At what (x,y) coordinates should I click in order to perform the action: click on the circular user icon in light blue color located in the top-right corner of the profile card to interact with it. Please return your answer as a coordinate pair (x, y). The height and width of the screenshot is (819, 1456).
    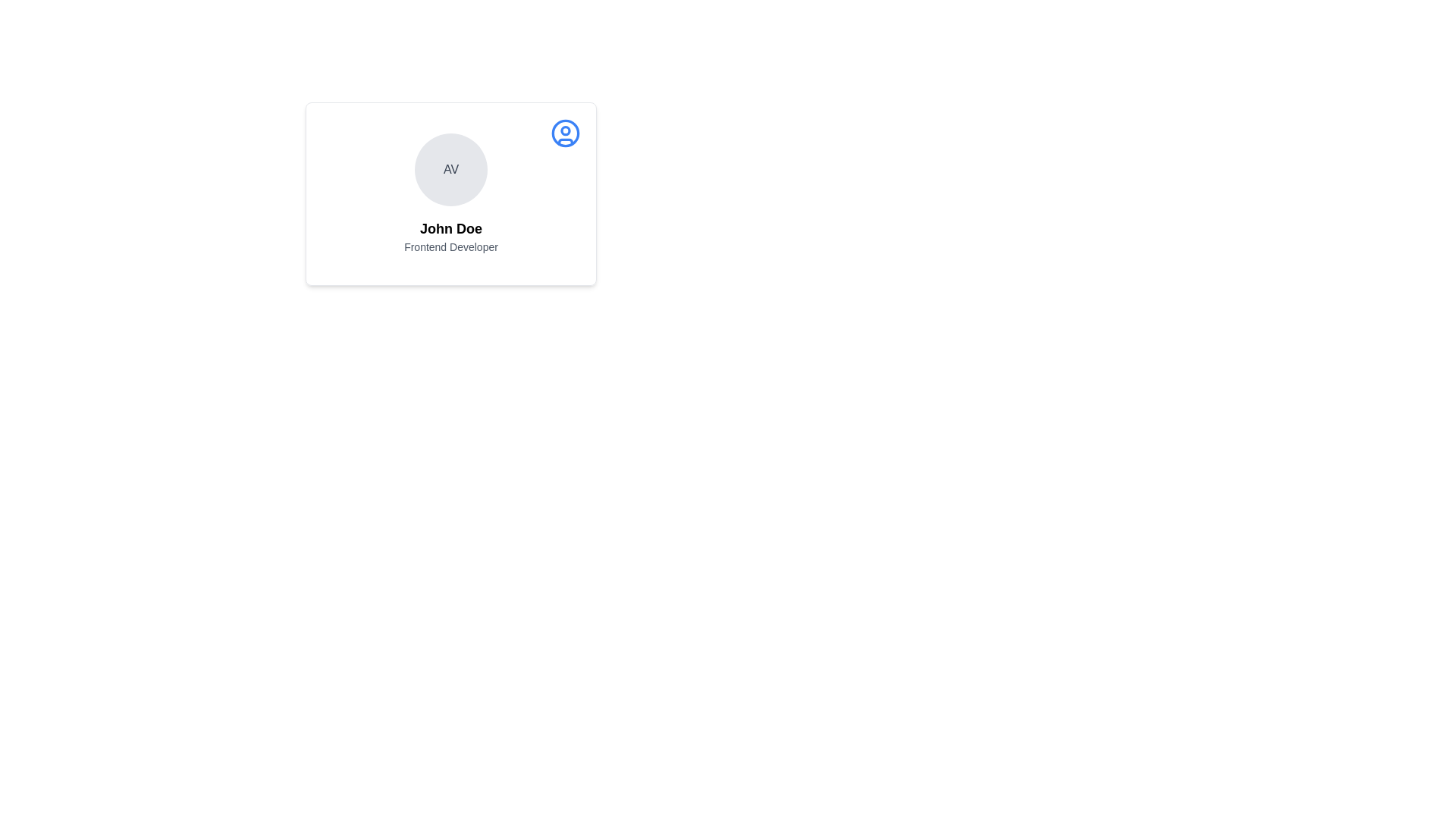
    Looking at the image, I should click on (564, 133).